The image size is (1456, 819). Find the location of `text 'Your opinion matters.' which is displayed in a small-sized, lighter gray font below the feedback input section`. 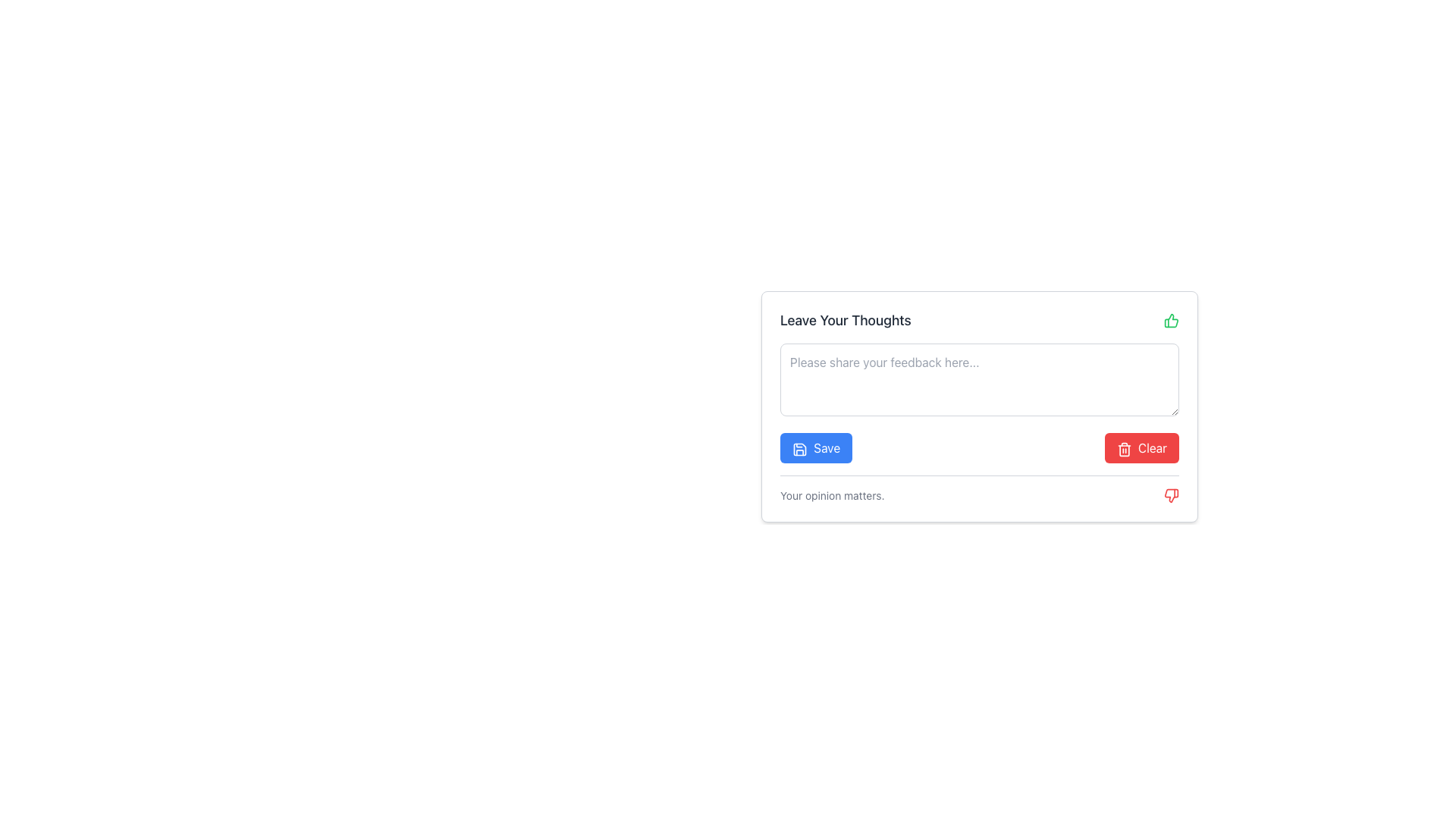

text 'Your opinion matters.' which is displayed in a small-sized, lighter gray font below the feedback input section is located at coordinates (831, 496).